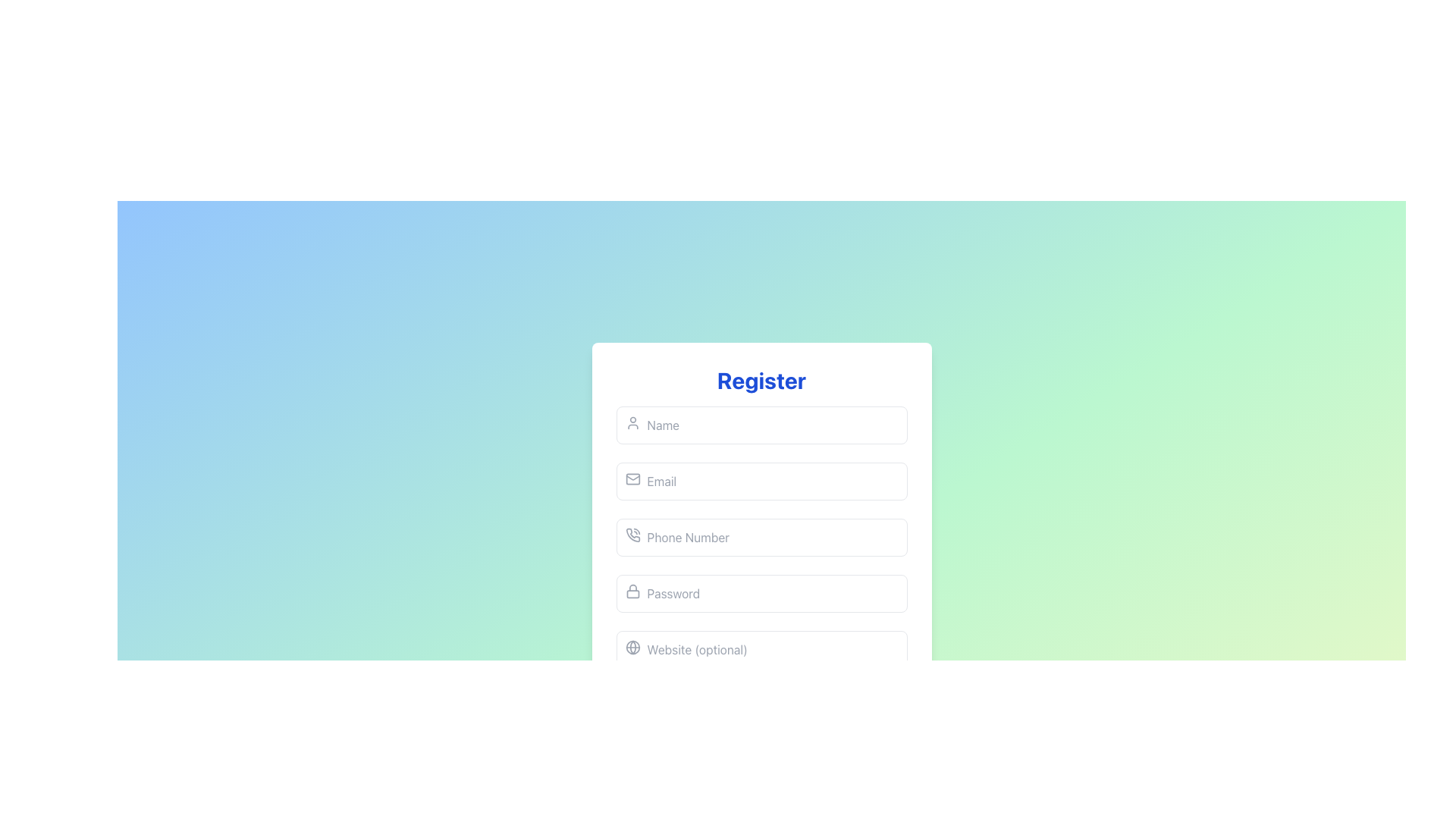  I want to click on the globe icon which is styled with circular and cross-line patterns, located to the left of the 'Website (optional)' input field, so click(632, 647).